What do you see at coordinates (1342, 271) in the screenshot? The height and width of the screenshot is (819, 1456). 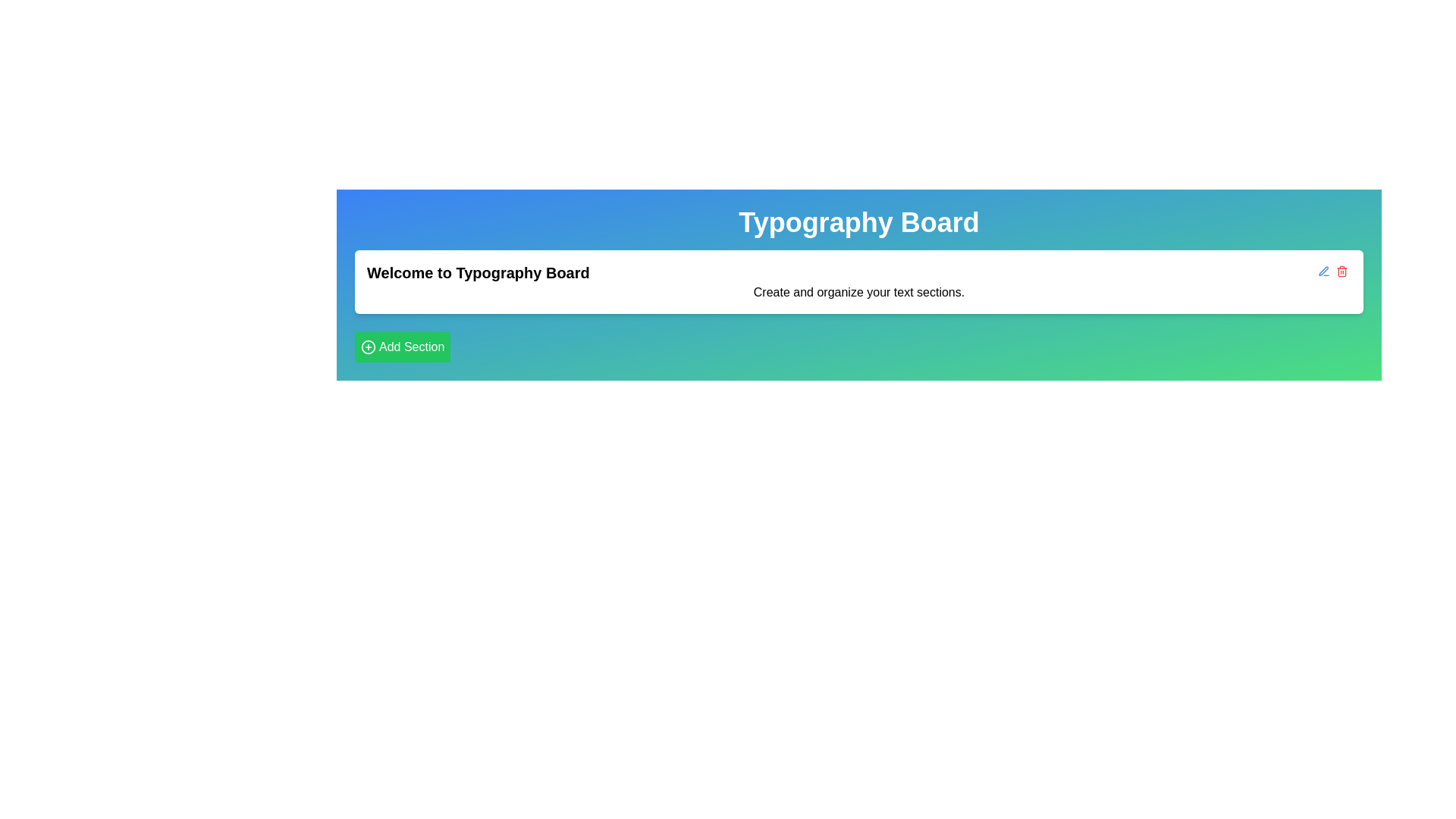 I see `the small red trash can icon located towards the right end of the horizontal bar` at bounding box center [1342, 271].